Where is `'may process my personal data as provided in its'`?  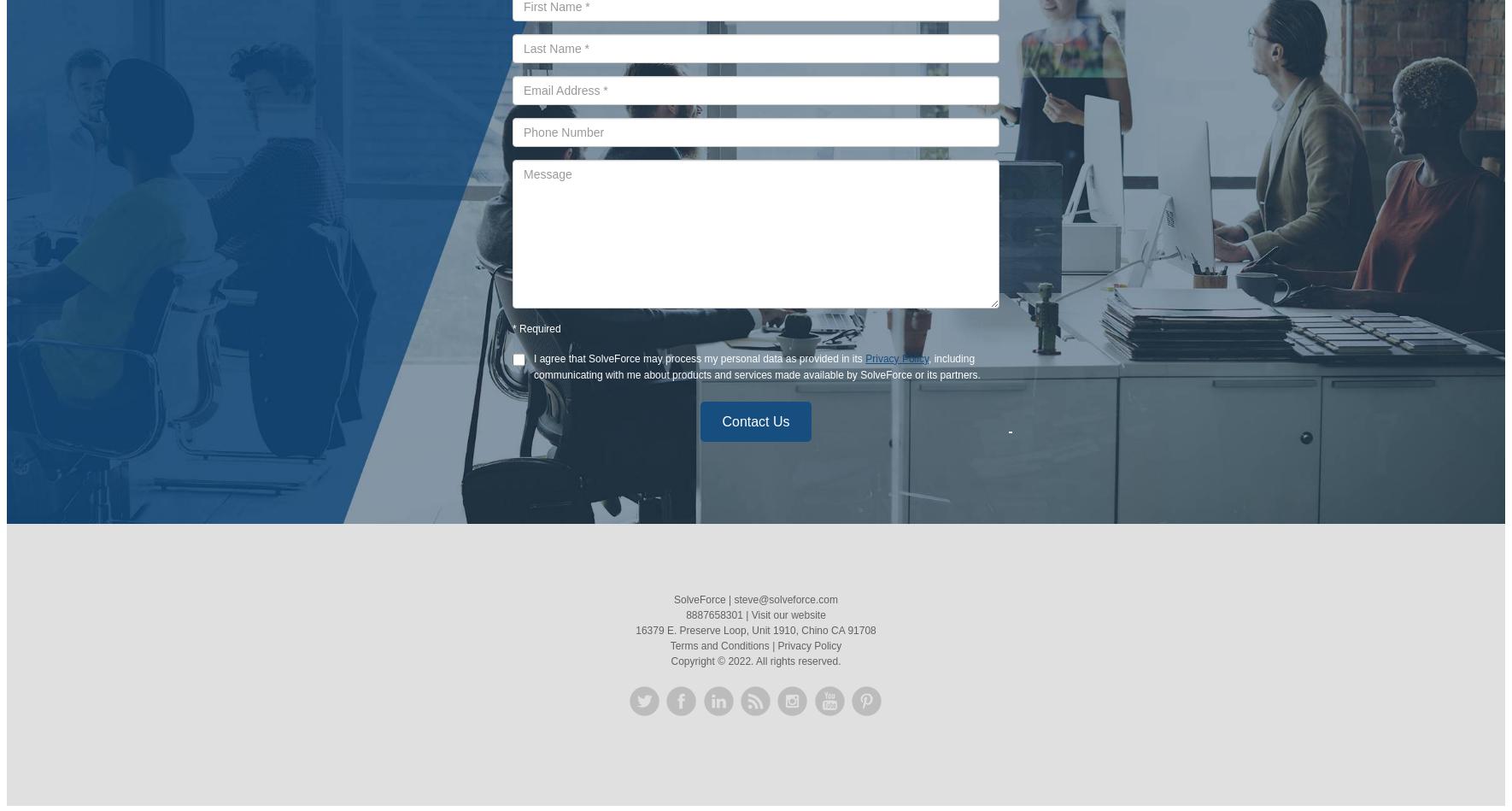
'may process my personal data as provided in its' is located at coordinates (752, 357).